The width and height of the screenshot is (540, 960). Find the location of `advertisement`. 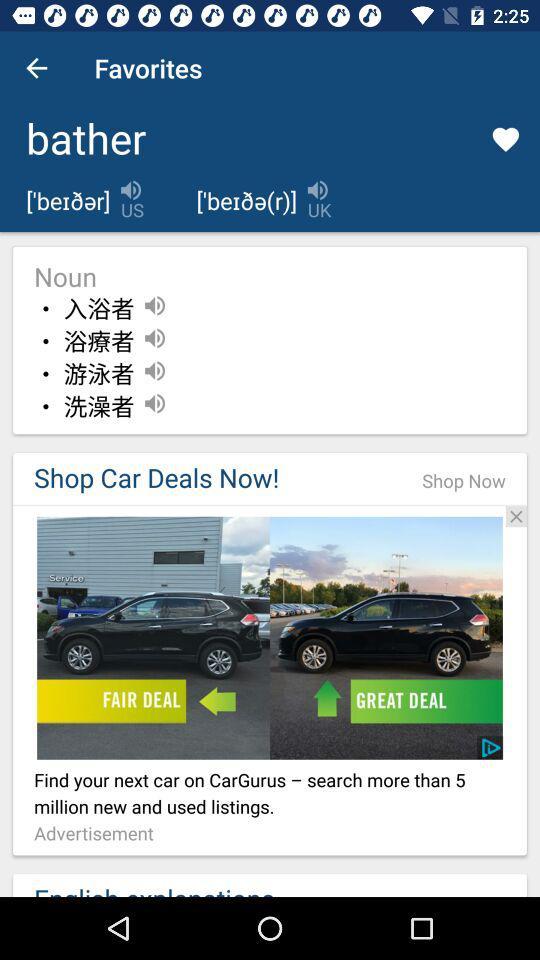

advertisement is located at coordinates (270, 504).